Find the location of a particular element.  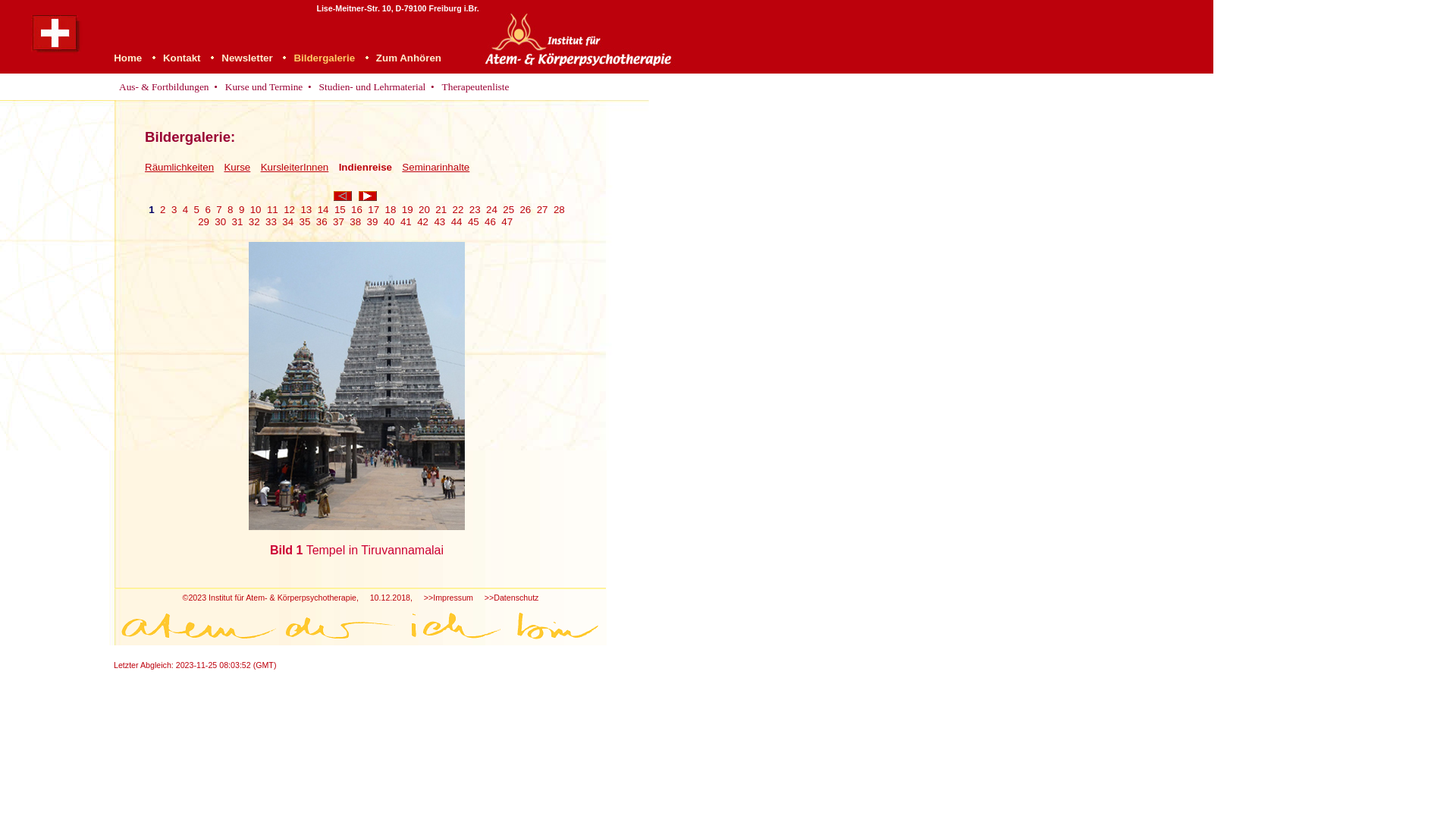

'35' is located at coordinates (299, 221).